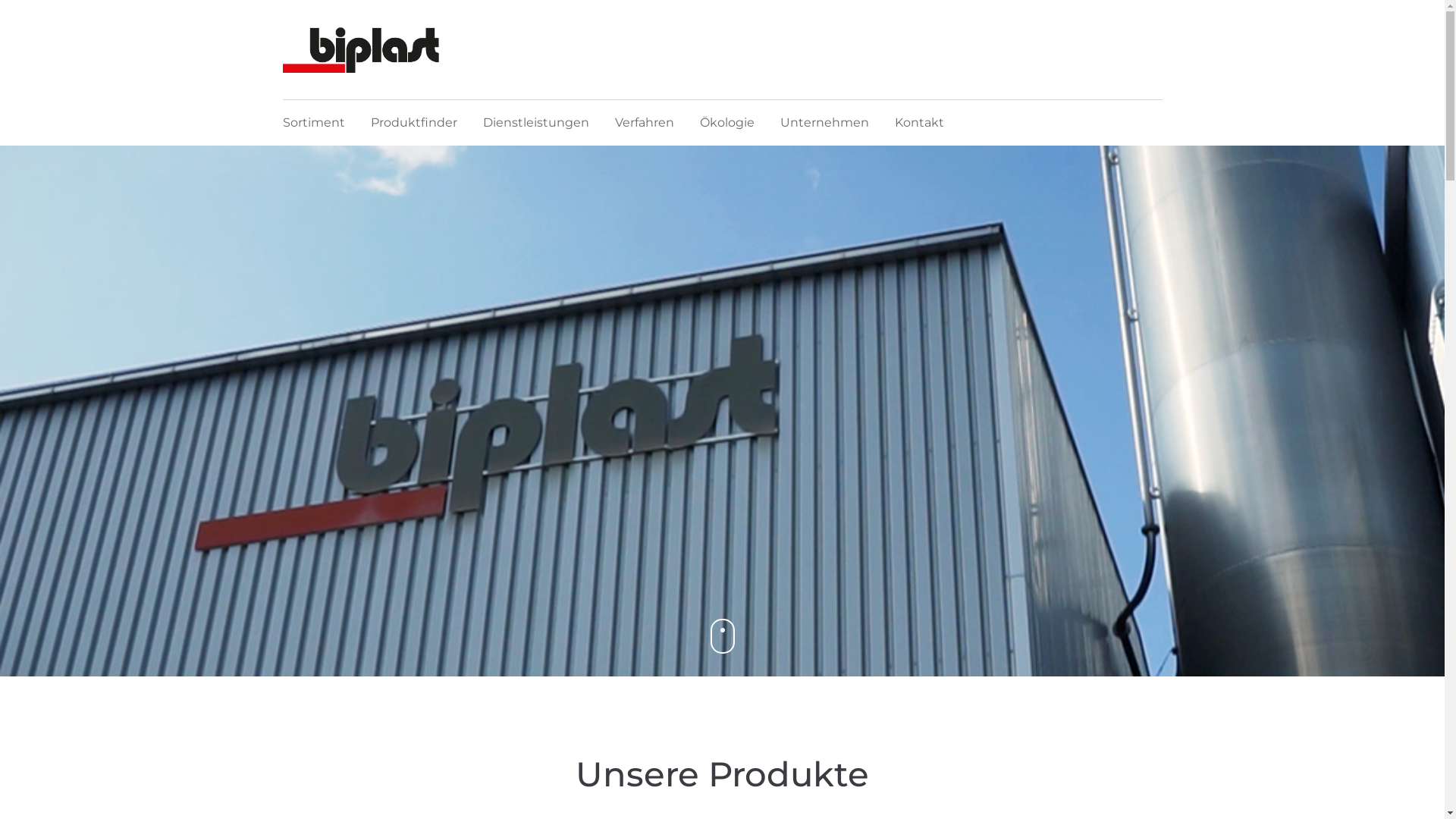 Image resolution: width=1456 pixels, height=819 pixels. What do you see at coordinates (644, 122) in the screenshot?
I see `'Verfahren'` at bounding box center [644, 122].